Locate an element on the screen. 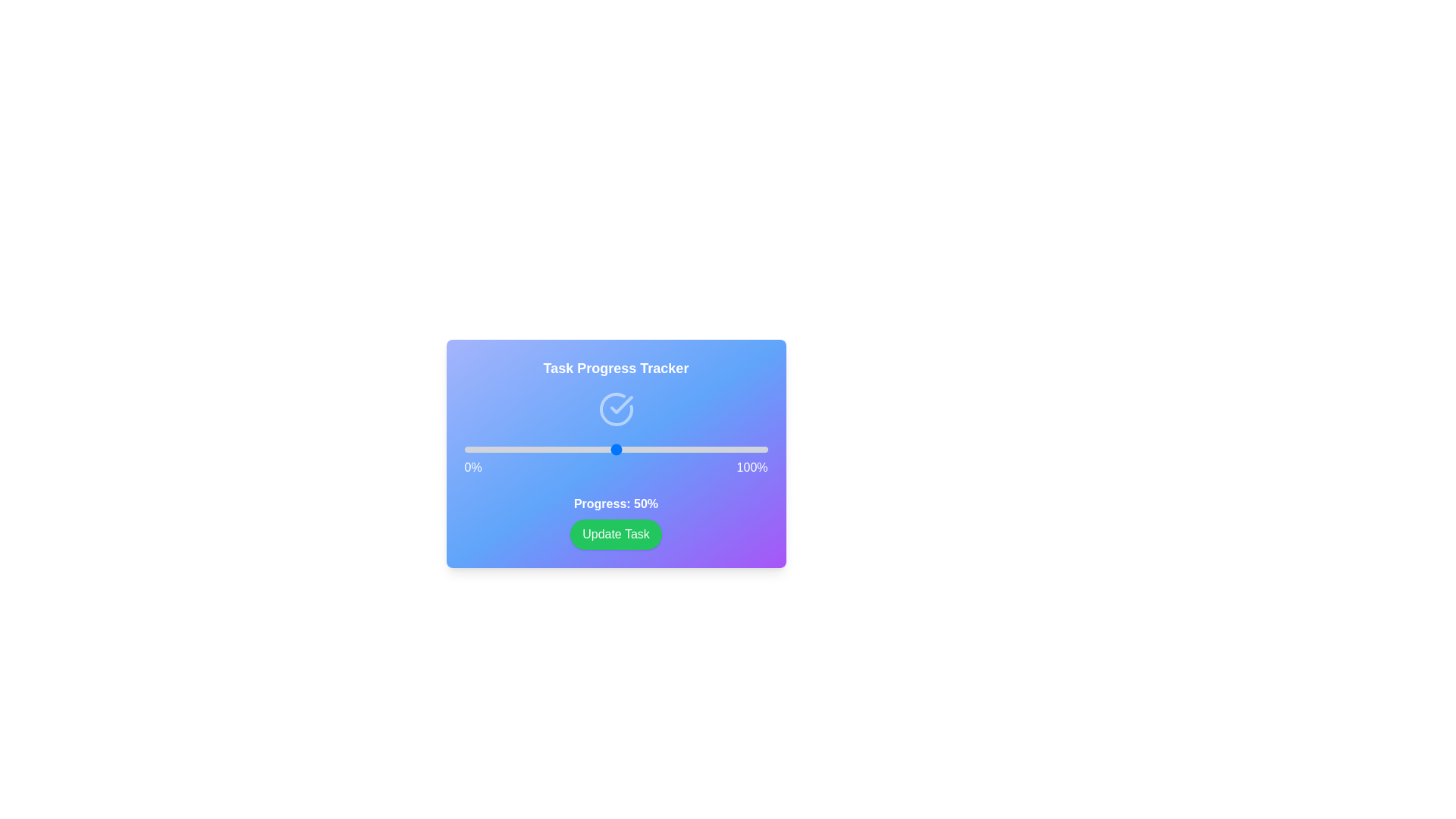 The height and width of the screenshot is (819, 1456). the progress slider to 79% is located at coordinates (703, 449).